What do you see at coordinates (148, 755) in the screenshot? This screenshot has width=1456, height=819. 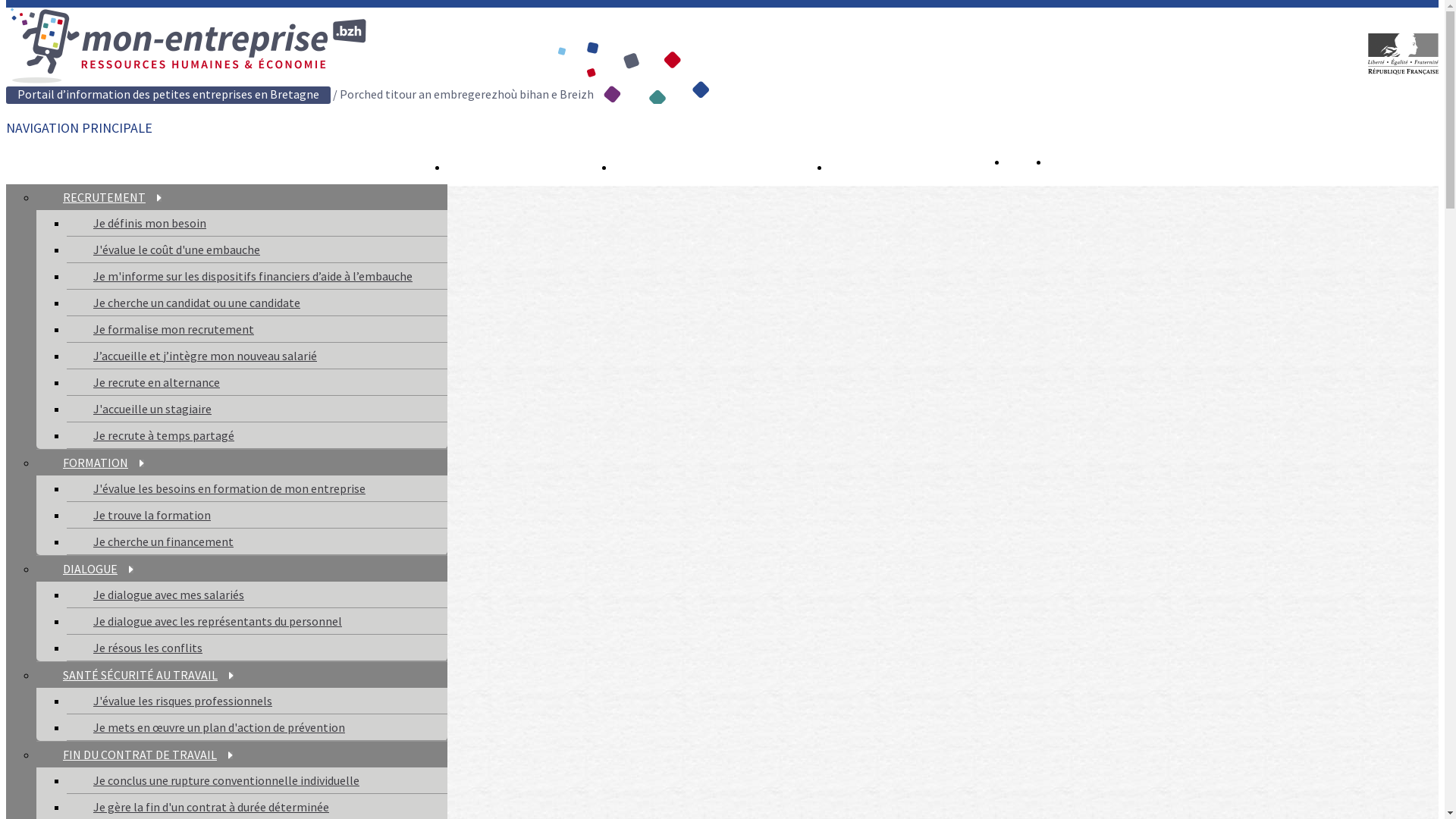 I see `'FIN DU CONTRAT DE TRAVAIL'` at bounding box center [148, 755].